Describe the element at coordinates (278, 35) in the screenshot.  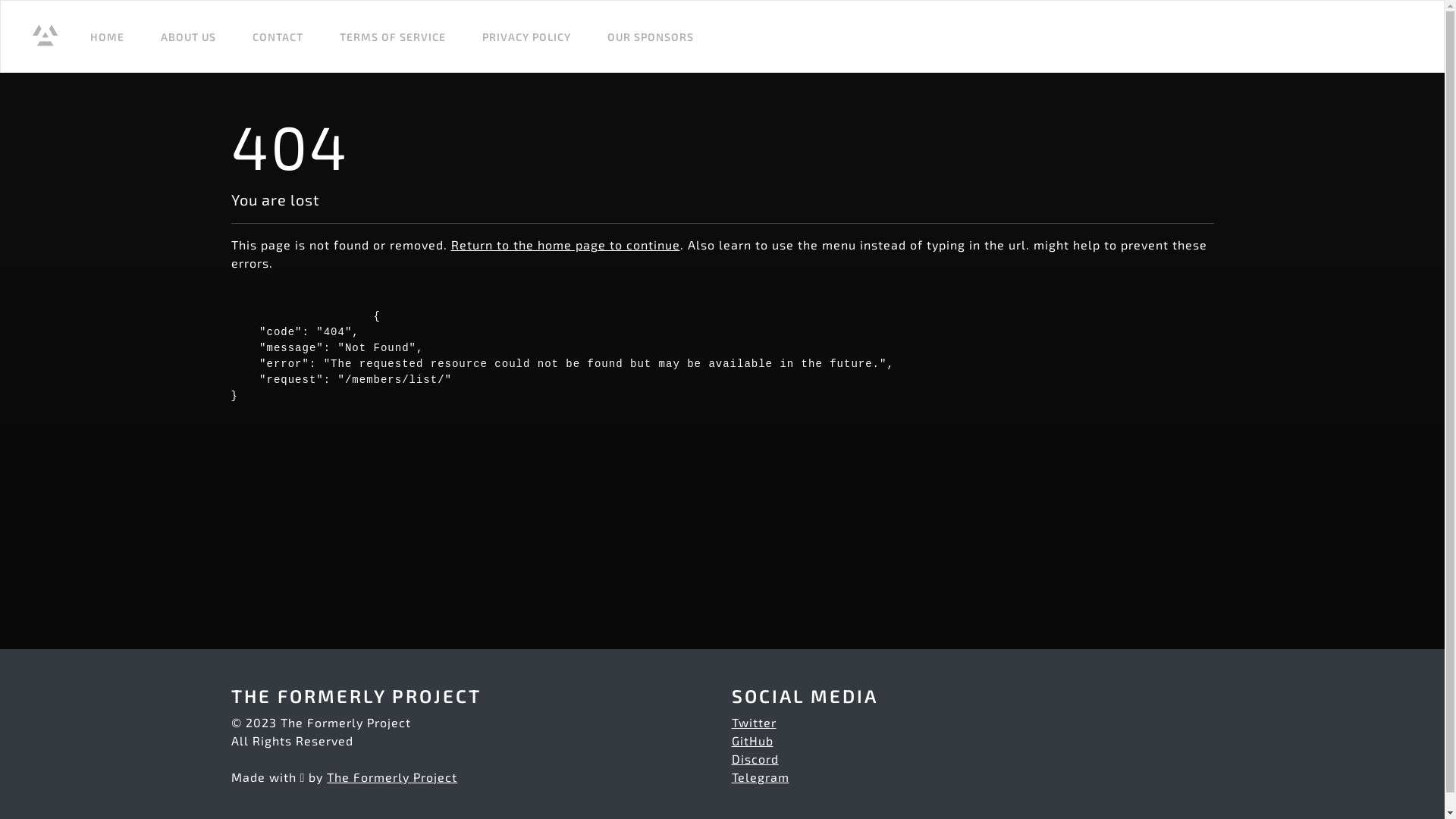
I see `'CONTACT'` at that location.